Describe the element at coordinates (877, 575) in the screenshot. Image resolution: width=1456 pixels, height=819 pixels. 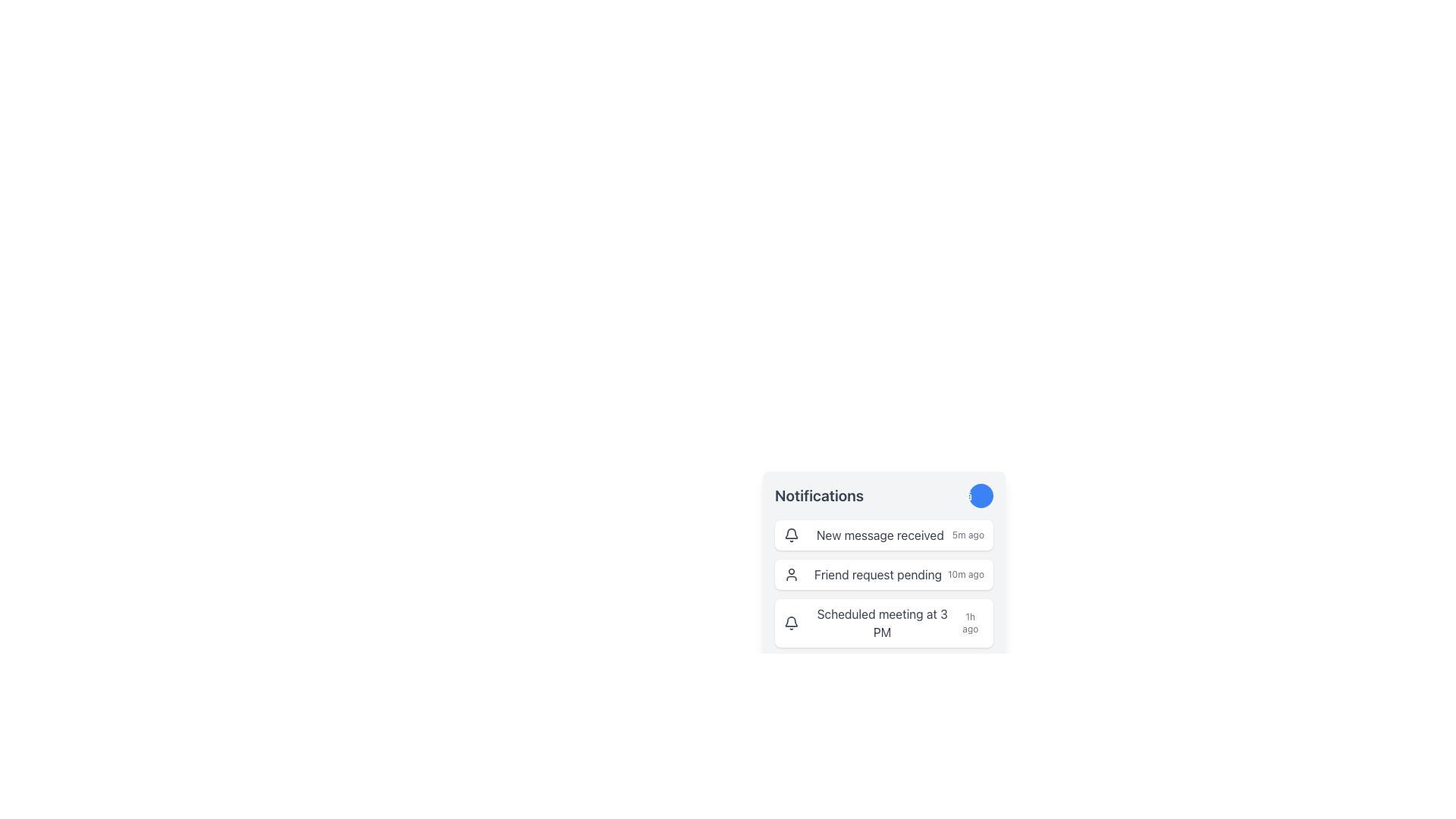
I see `the text label displaying 'Friend request pending' located in the second notification card of the notification panel, positioned to the right of the user silhouette icon` at that location.